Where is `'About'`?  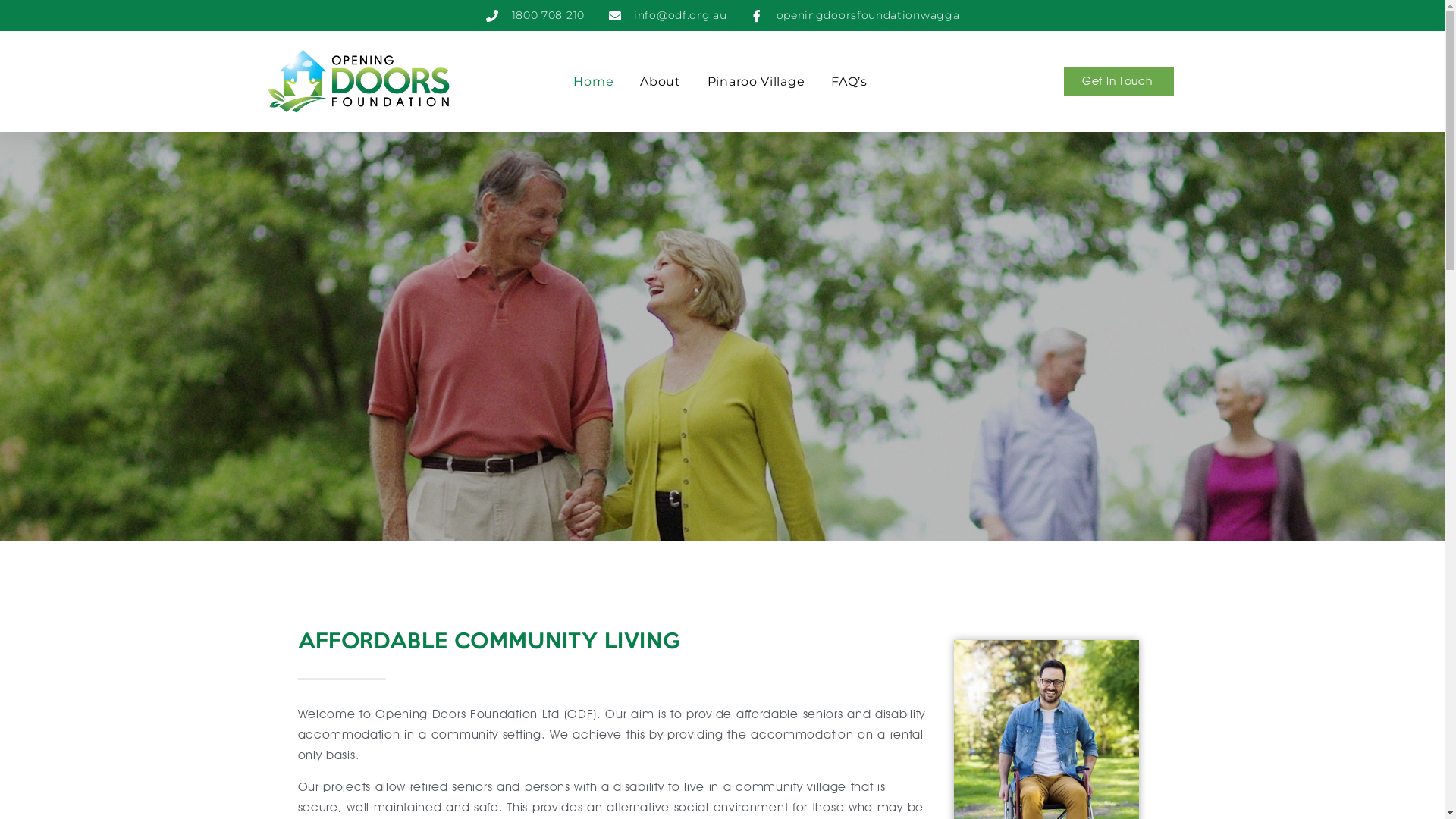 'About' is located at coordinates (640, 82).